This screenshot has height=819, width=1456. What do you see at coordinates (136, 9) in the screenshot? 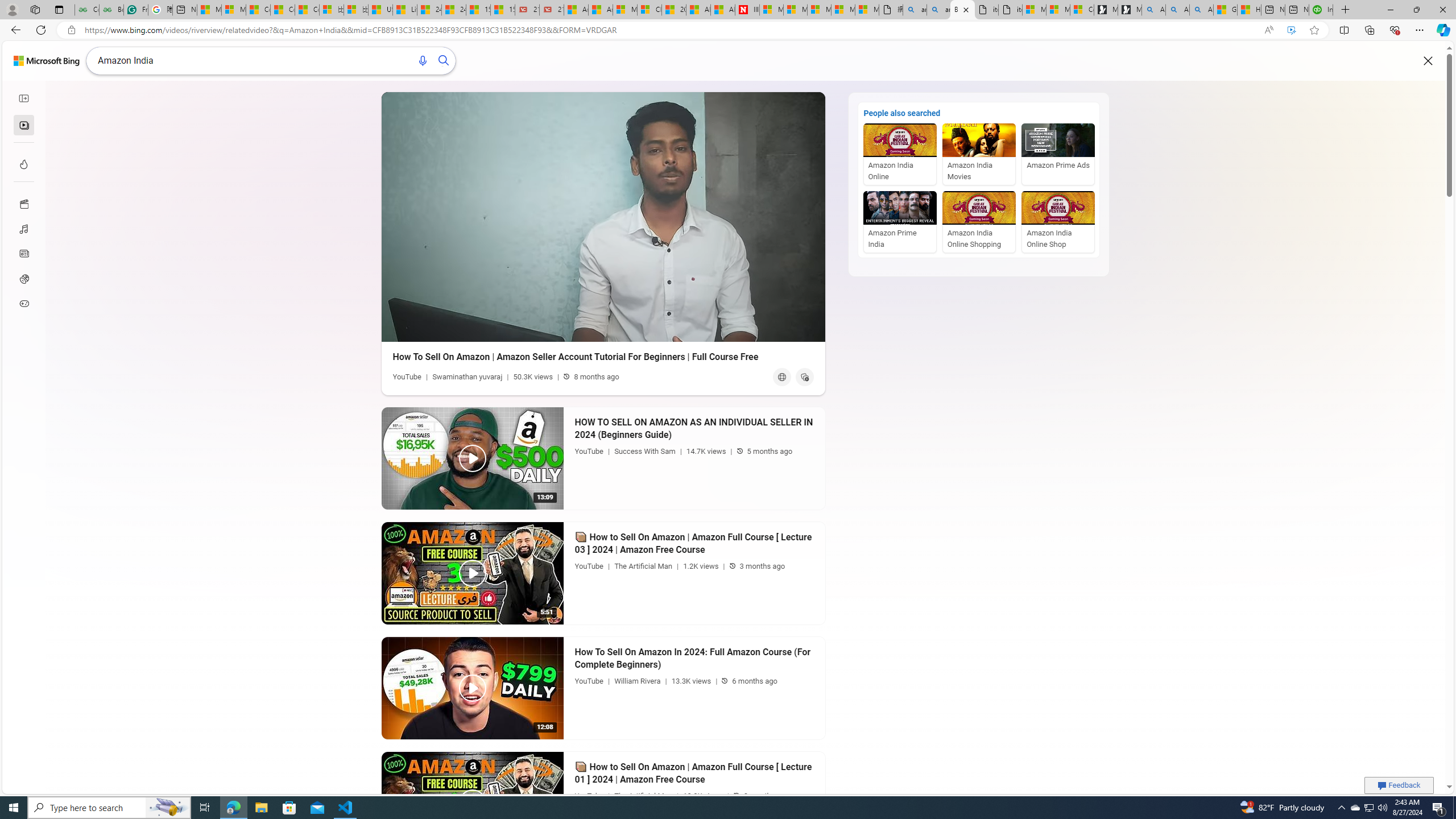
I see `'Free AI Writing Assistance for Students | Grammarly'` at bounding box center [136, 9].